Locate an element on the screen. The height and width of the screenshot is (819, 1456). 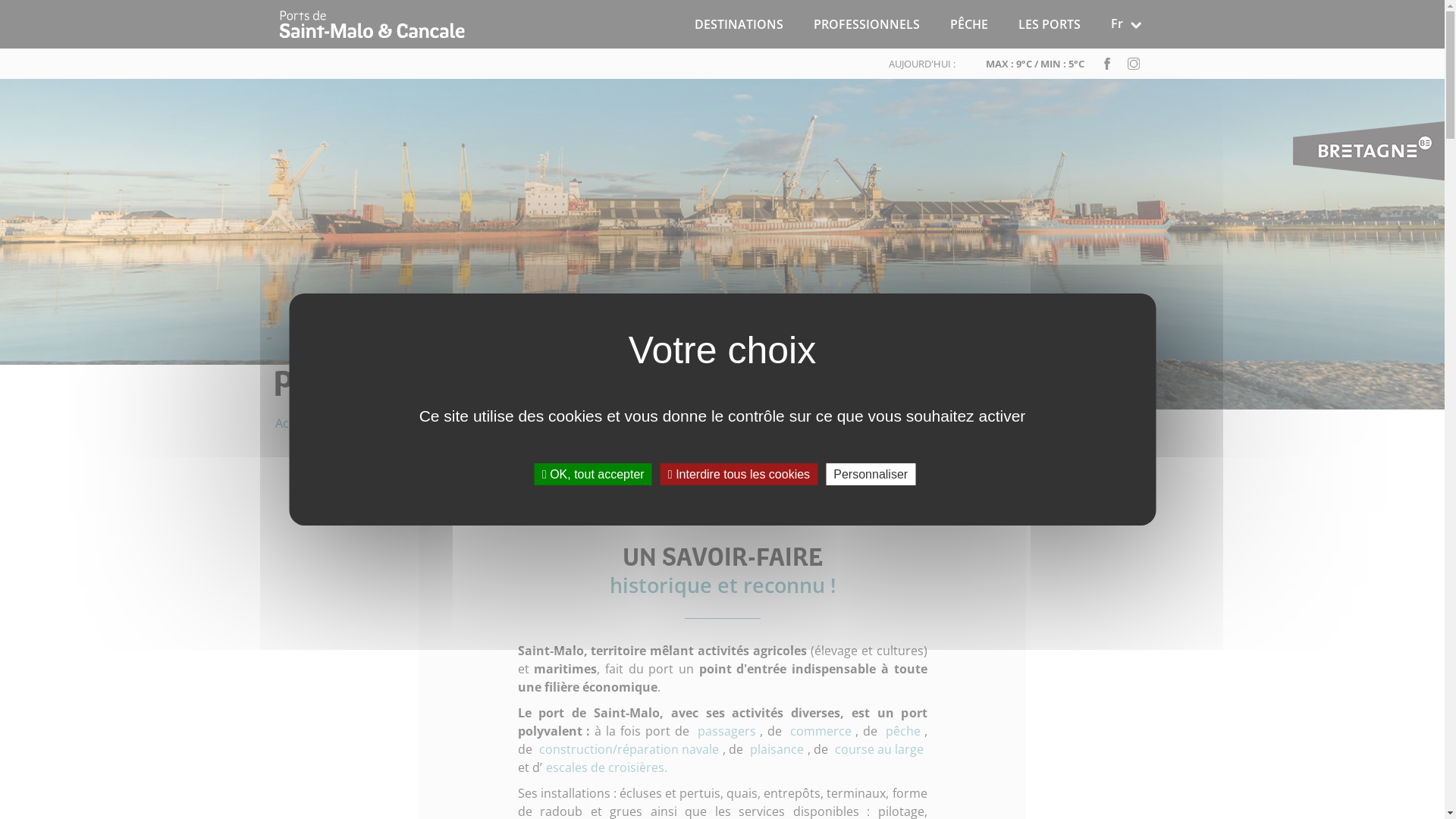
'OK, tout accepter' is located at coordinates (592, 473).